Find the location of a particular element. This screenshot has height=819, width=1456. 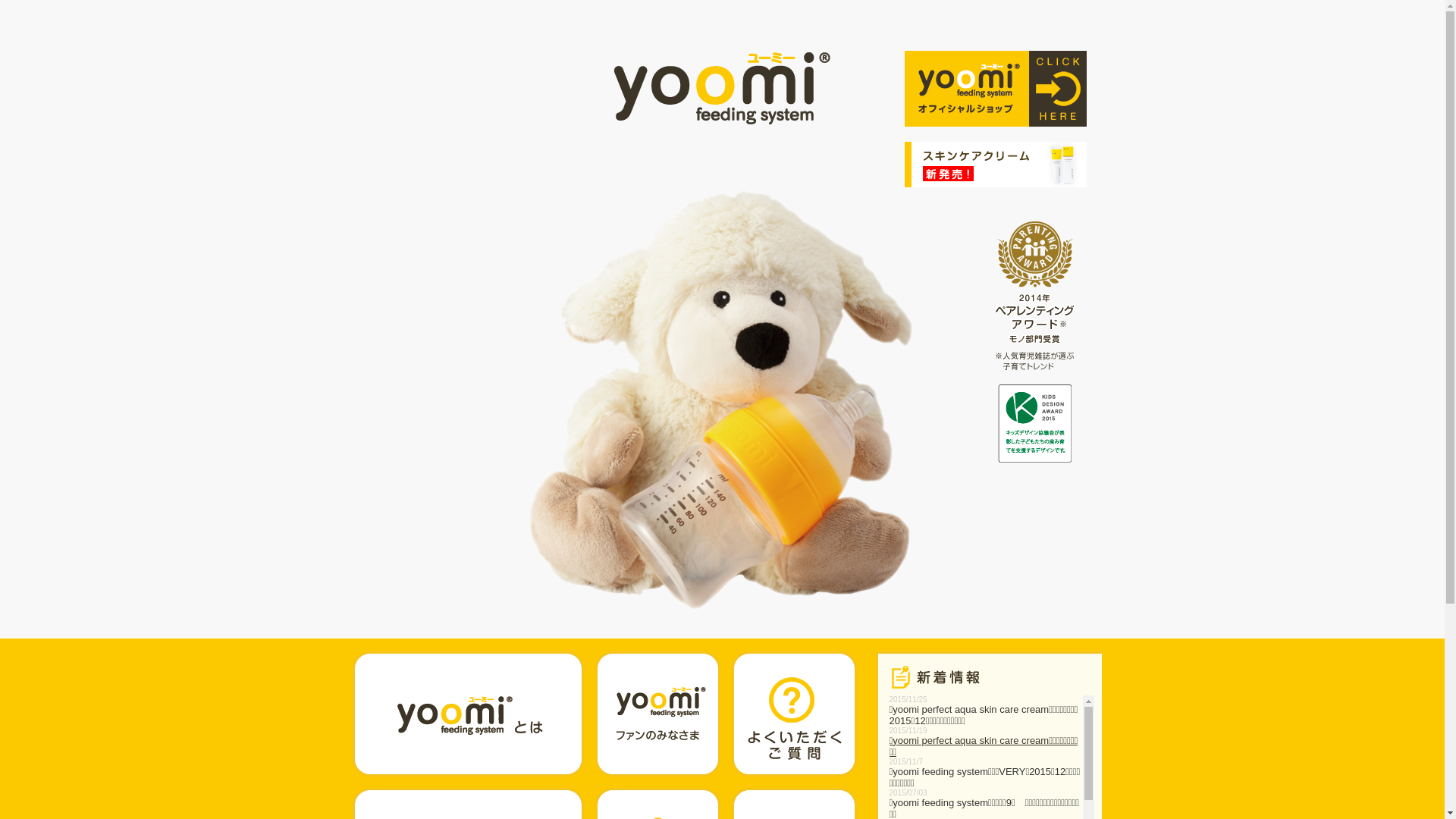

'yoomi JAPAN' is located at coordinates (721, 88).